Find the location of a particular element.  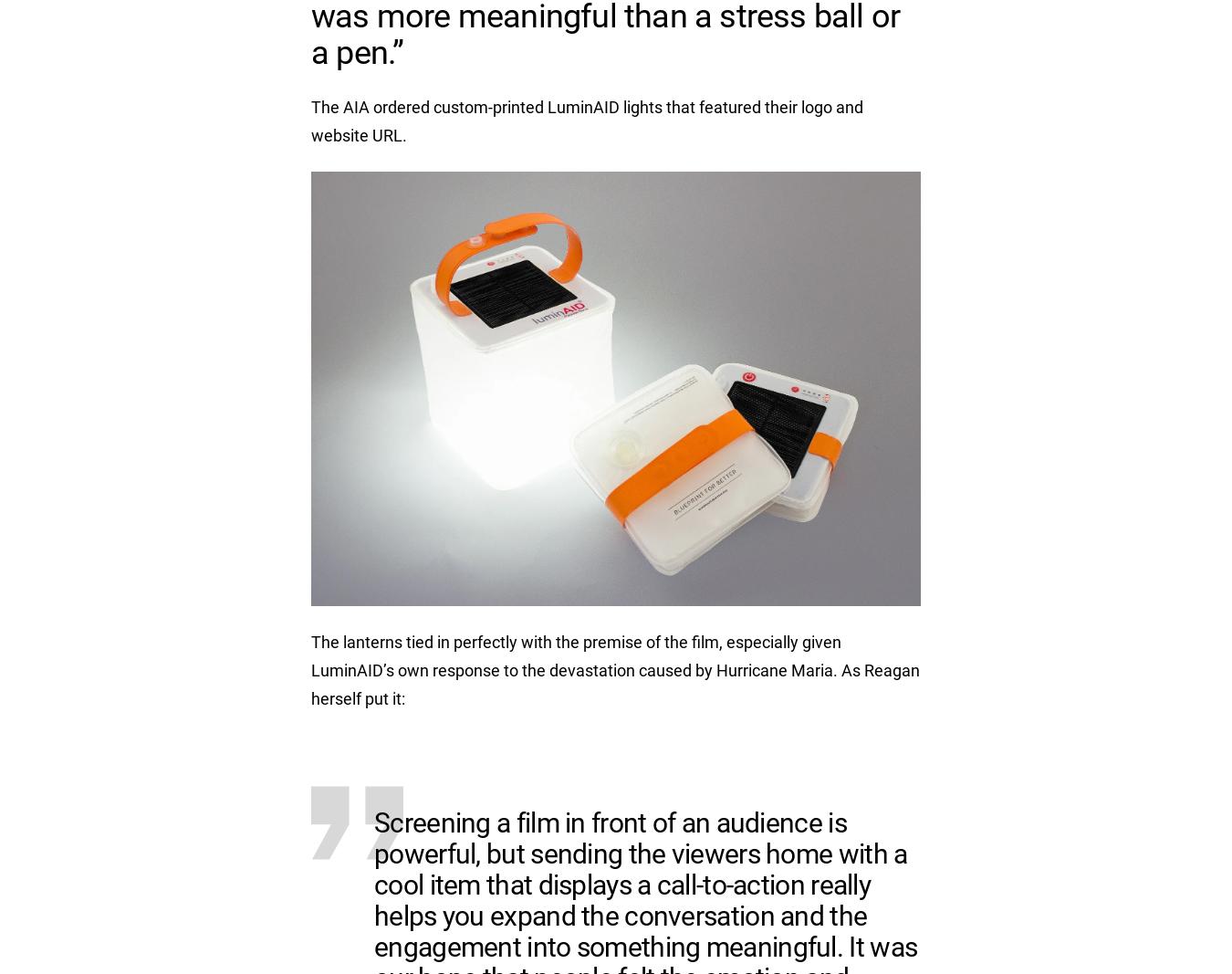

'Poland (USD $)' is located at coordinates (888, 12).